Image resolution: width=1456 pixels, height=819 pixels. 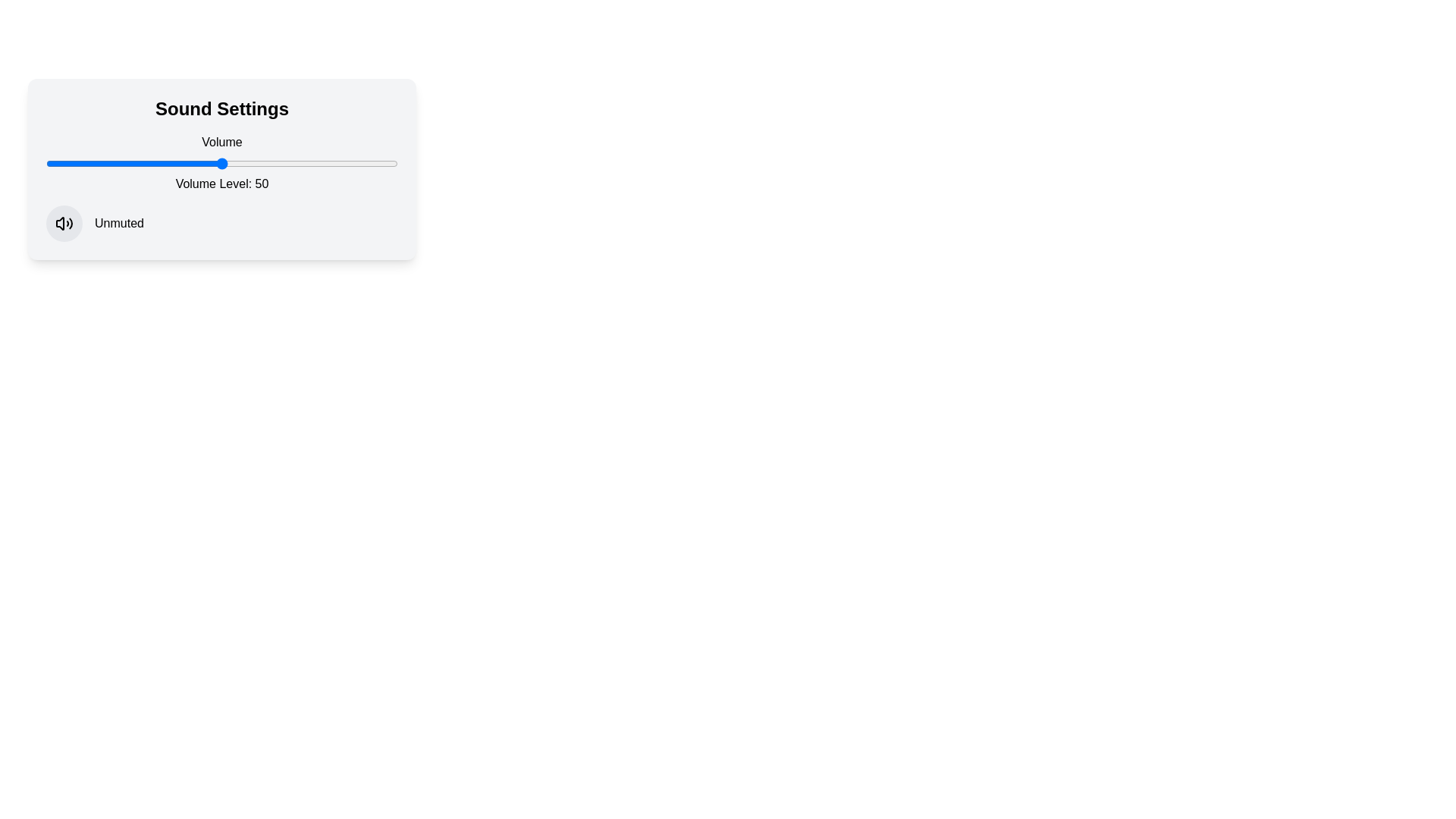 I want to click on the volume level, so click(x=98, y=164).